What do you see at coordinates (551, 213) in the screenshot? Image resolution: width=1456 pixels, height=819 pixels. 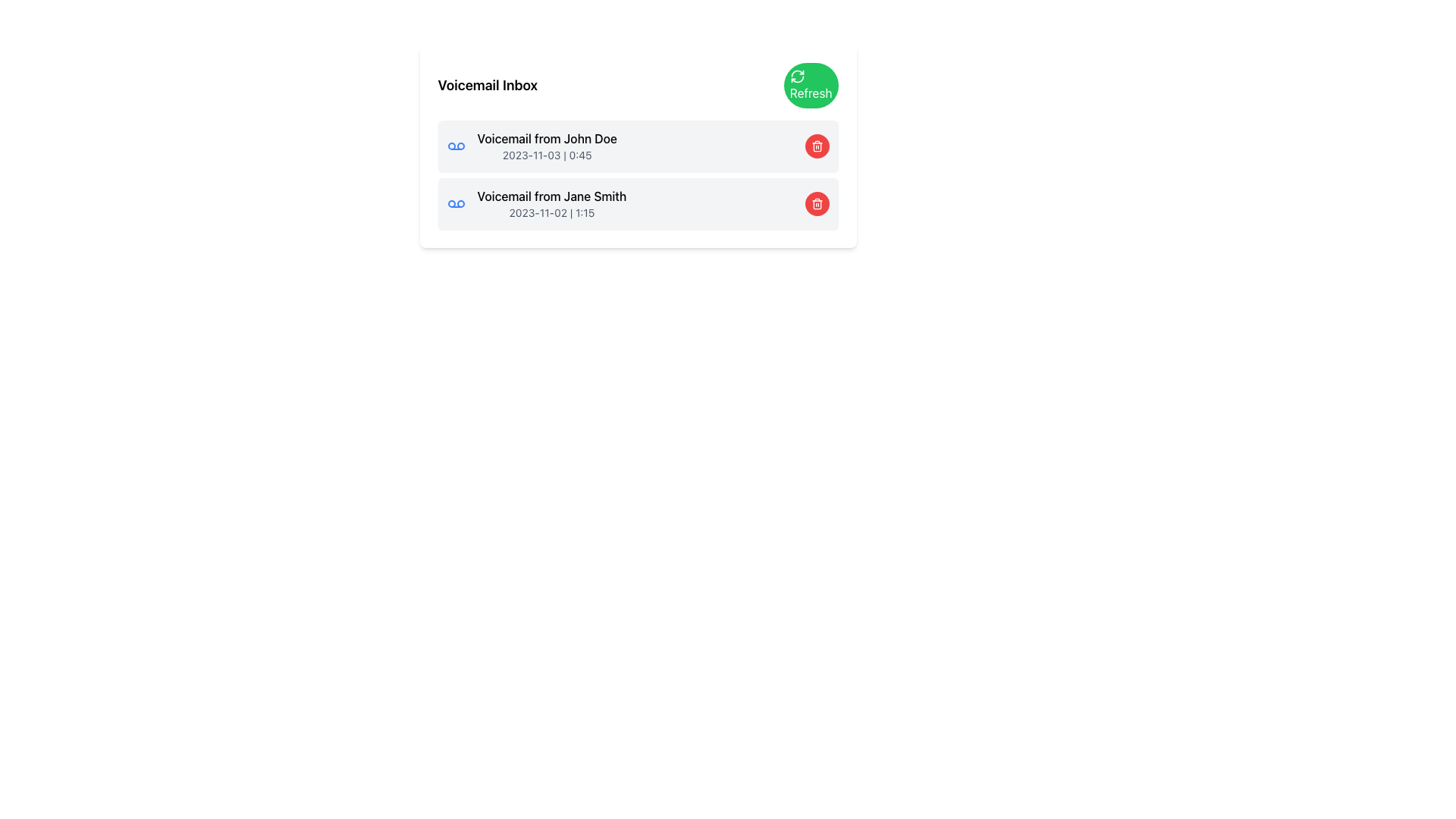 I see `the text label displaying the date and time '2023-11-02 | 1:15', which is located below the title 'Voicemail from Jane Smith' in the voicemail list` at bounding box center [551, 213].